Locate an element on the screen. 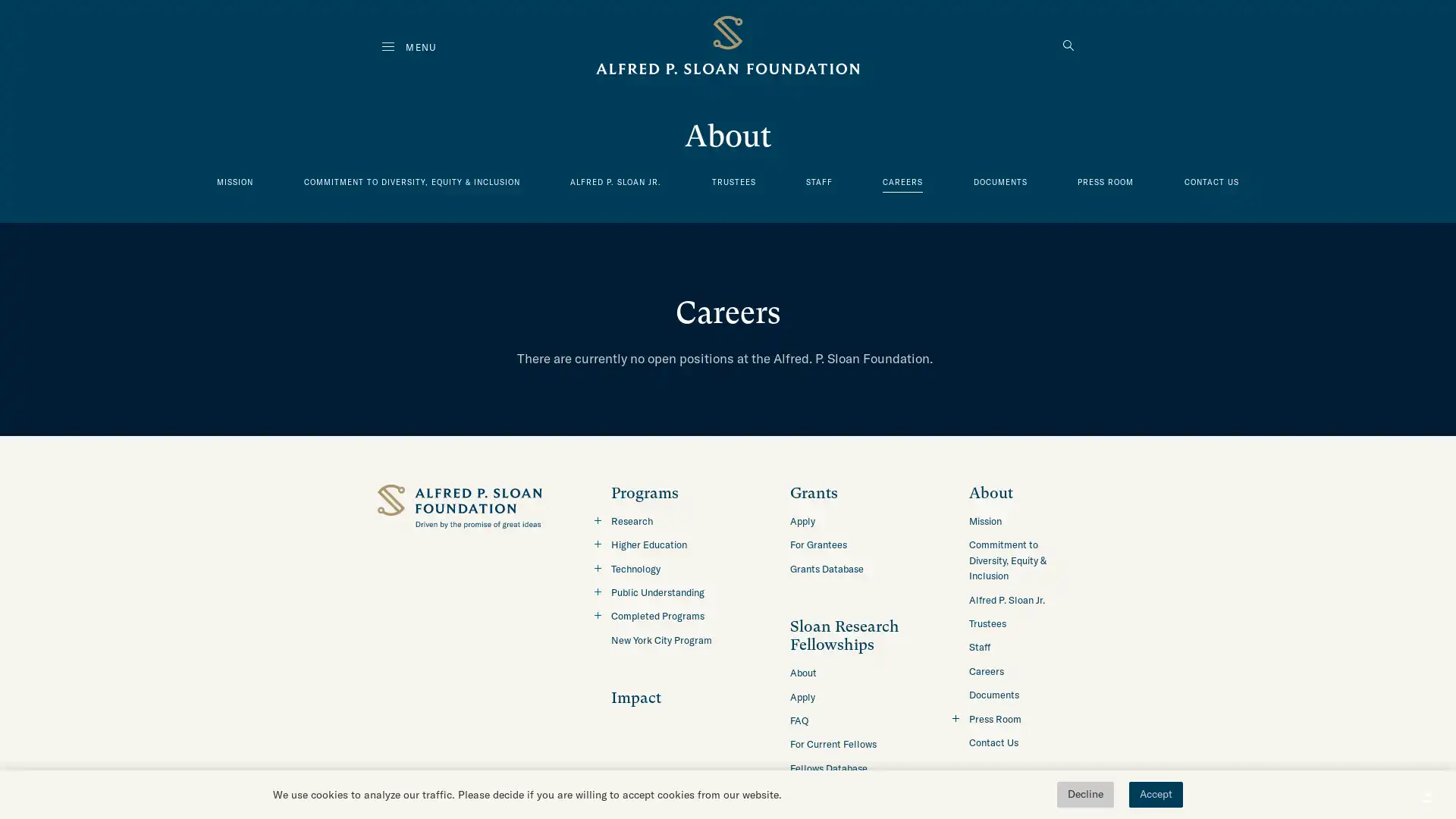  Click to search the website is located at coordinates (1068, 46).